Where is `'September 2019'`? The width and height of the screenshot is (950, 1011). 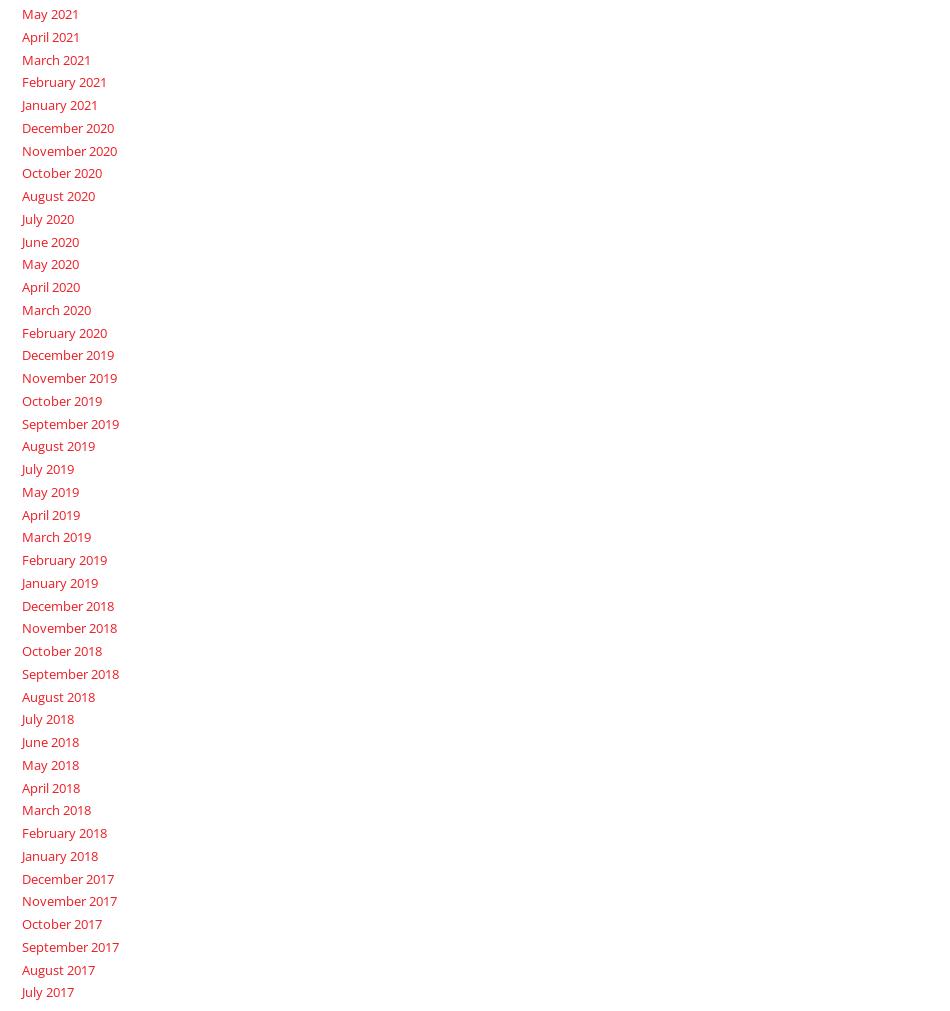
'September 2019' is located at coordinates (69, 422).